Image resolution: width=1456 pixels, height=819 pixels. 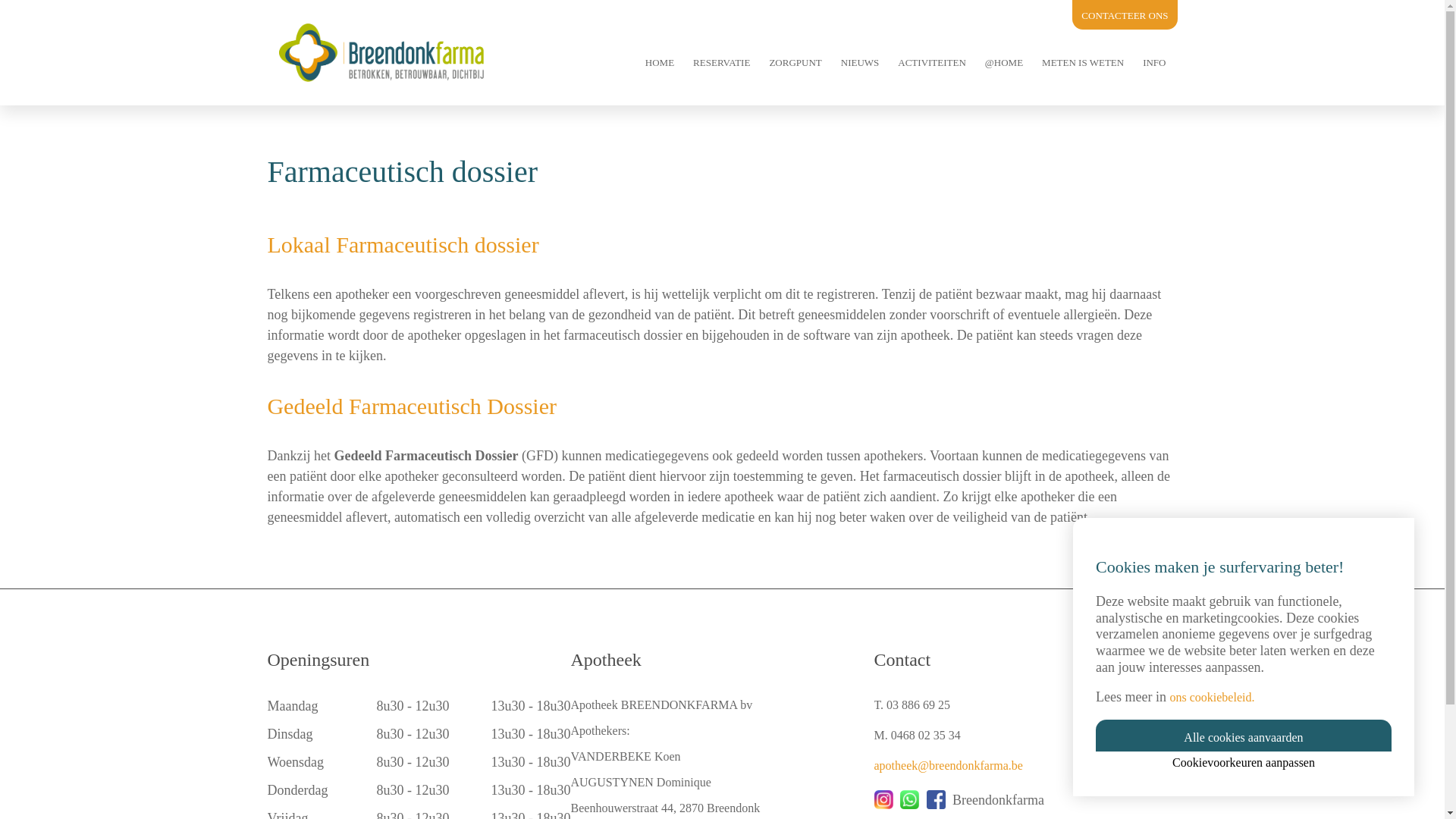 What do you see at coordinates (946, 765) in the screenshot?
I see `'apotheek@breendonkfarma.be'` at bounding box center [946, 765].